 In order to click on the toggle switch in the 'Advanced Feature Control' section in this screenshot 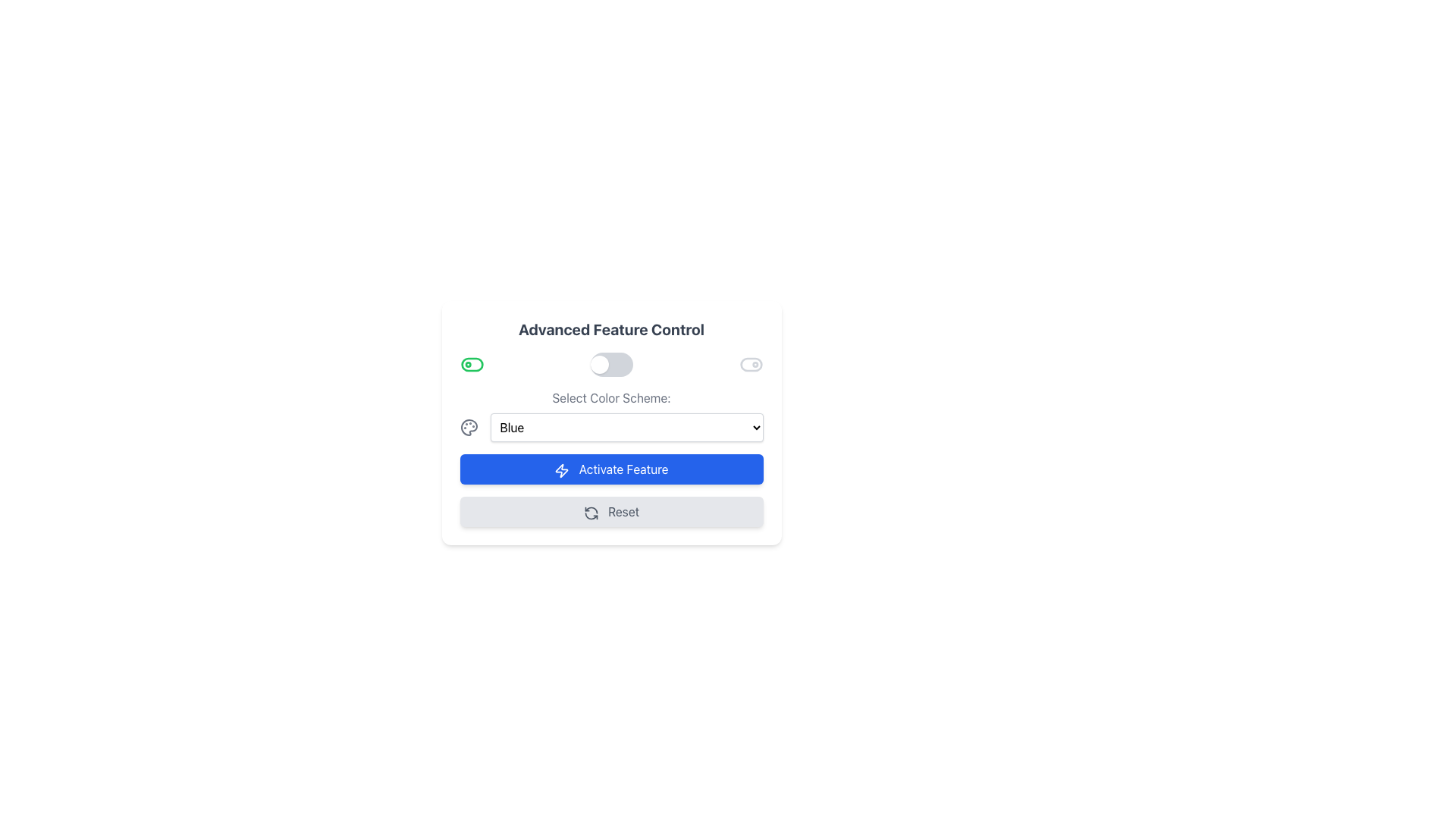, I will do `click(611, 365)`.